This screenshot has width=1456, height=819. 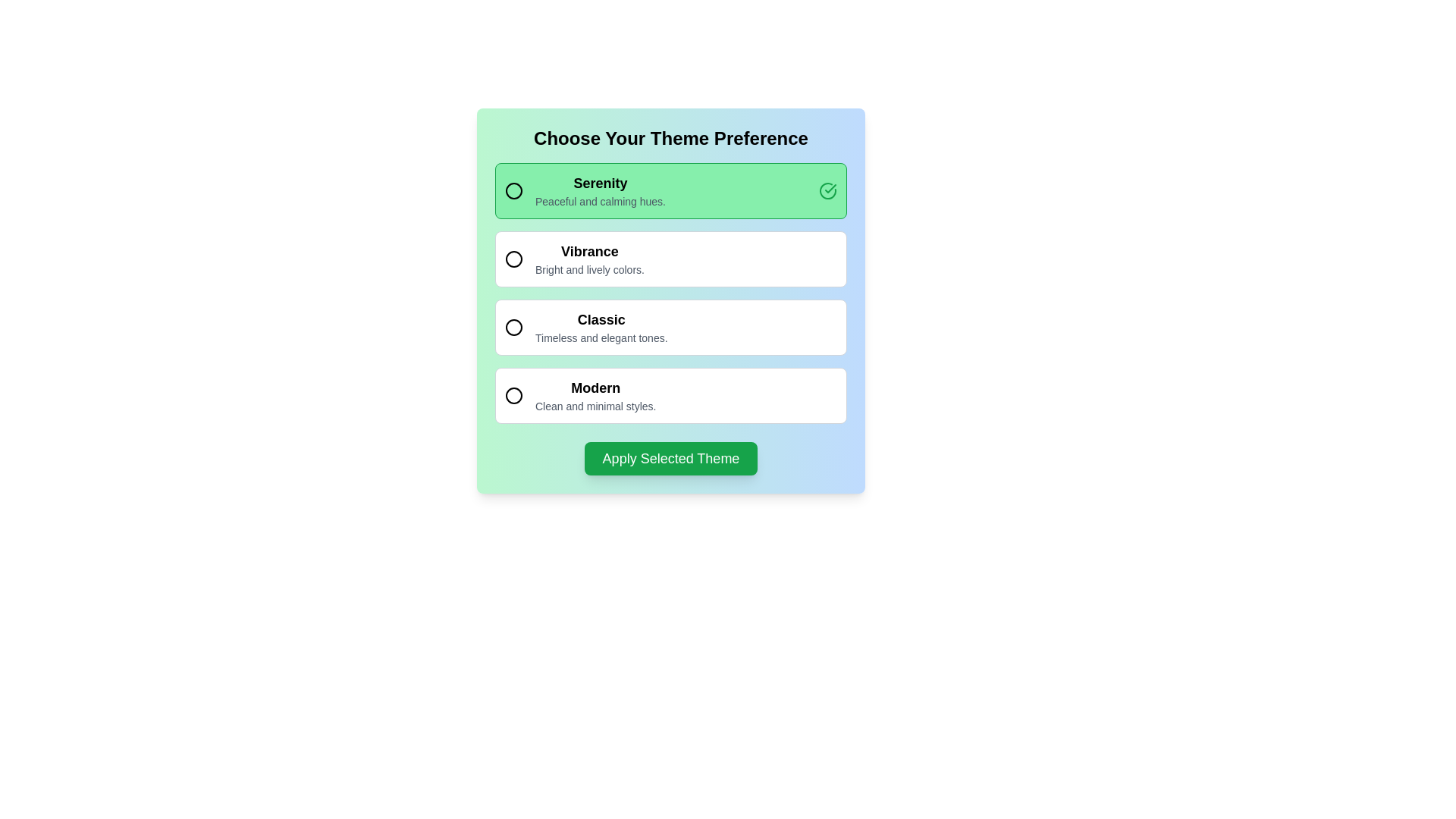 I want to click on the 'Modern' theme label text element, which is the fourth option in a vertical list of theme options, so click(x=595, y=388).